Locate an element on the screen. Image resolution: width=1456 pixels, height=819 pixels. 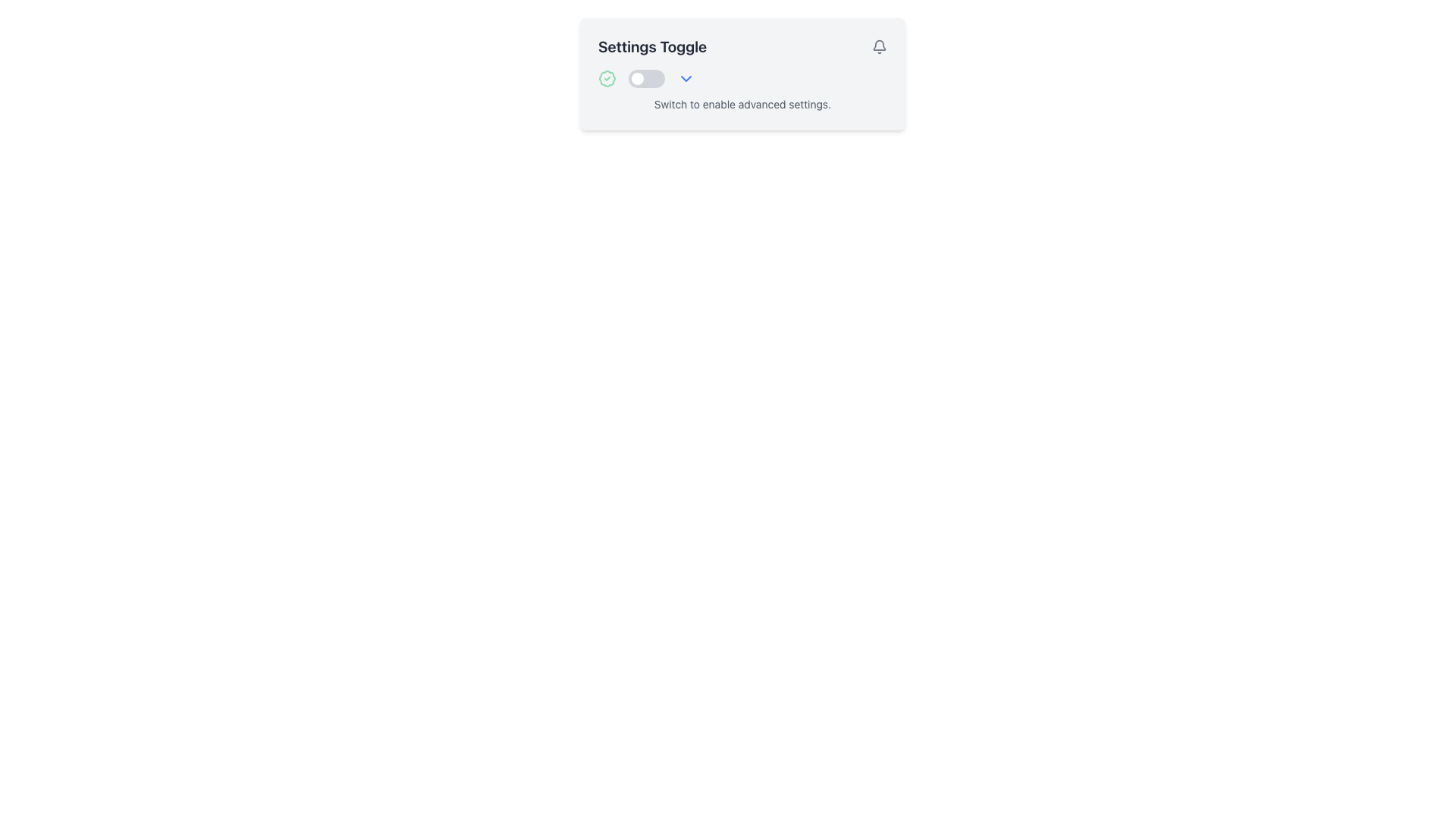
the knob of the toggle switch located in the top center area of the interface is located at coordinates (647, 79).